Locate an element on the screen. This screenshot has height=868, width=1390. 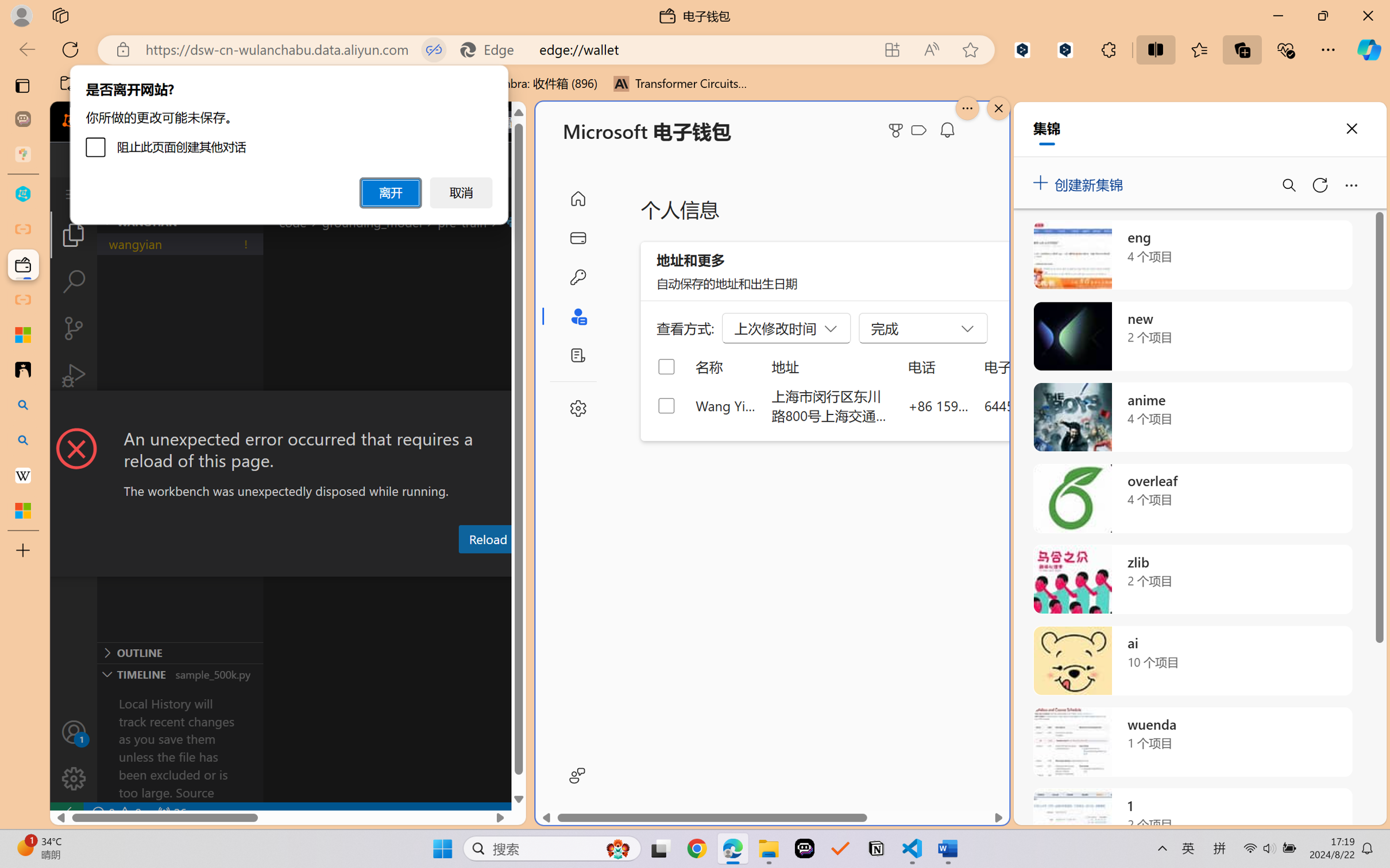
'Adjust indents and spacing - Microsoft Support' is located at coordinates (22, 334).